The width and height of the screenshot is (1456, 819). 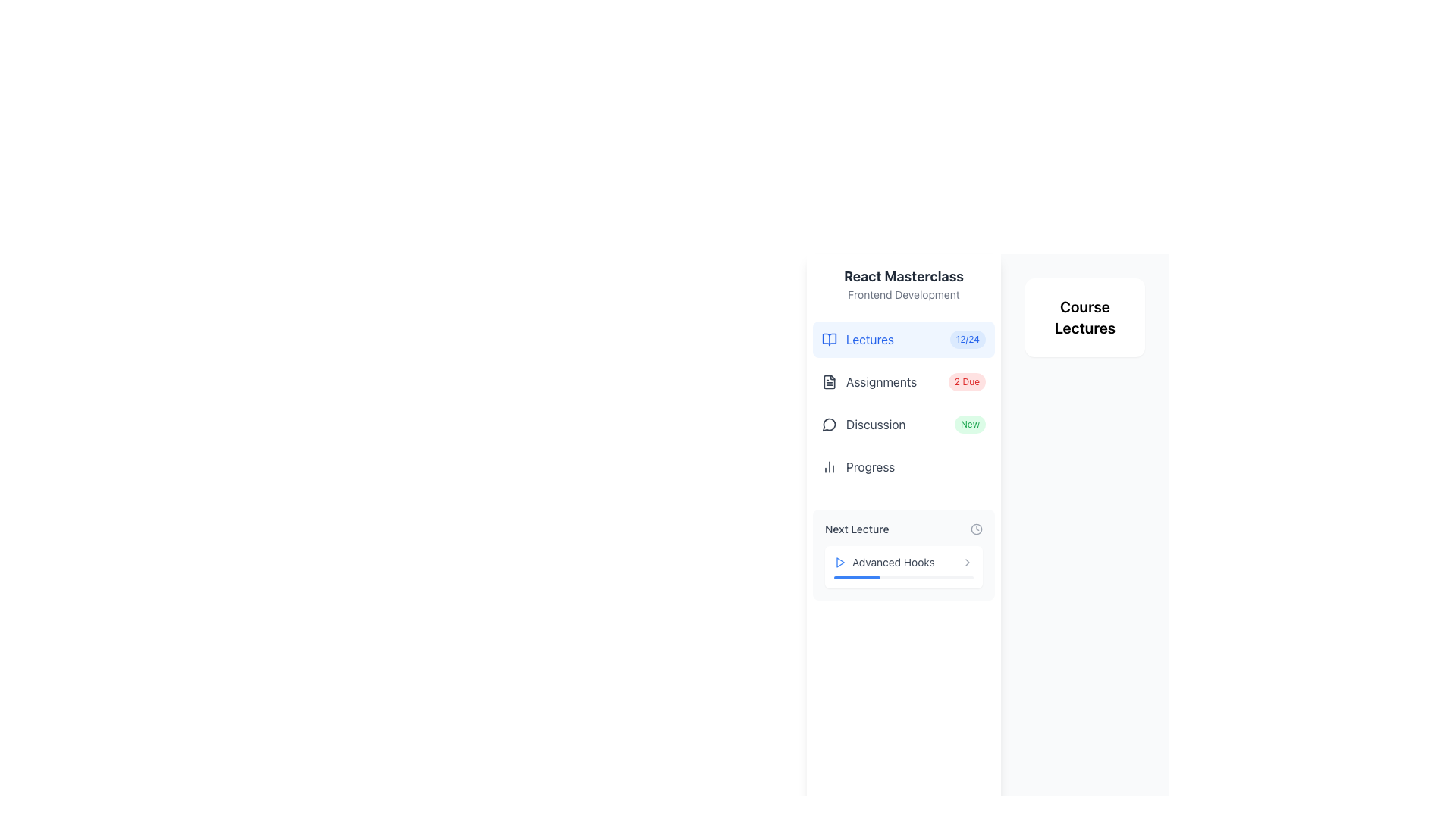 What do you see at coordinates (976, 529) in the screenshot?
I see `the small clock-like icon, which has a circular outline and is colored light gray` at bounding box center [976, 529].